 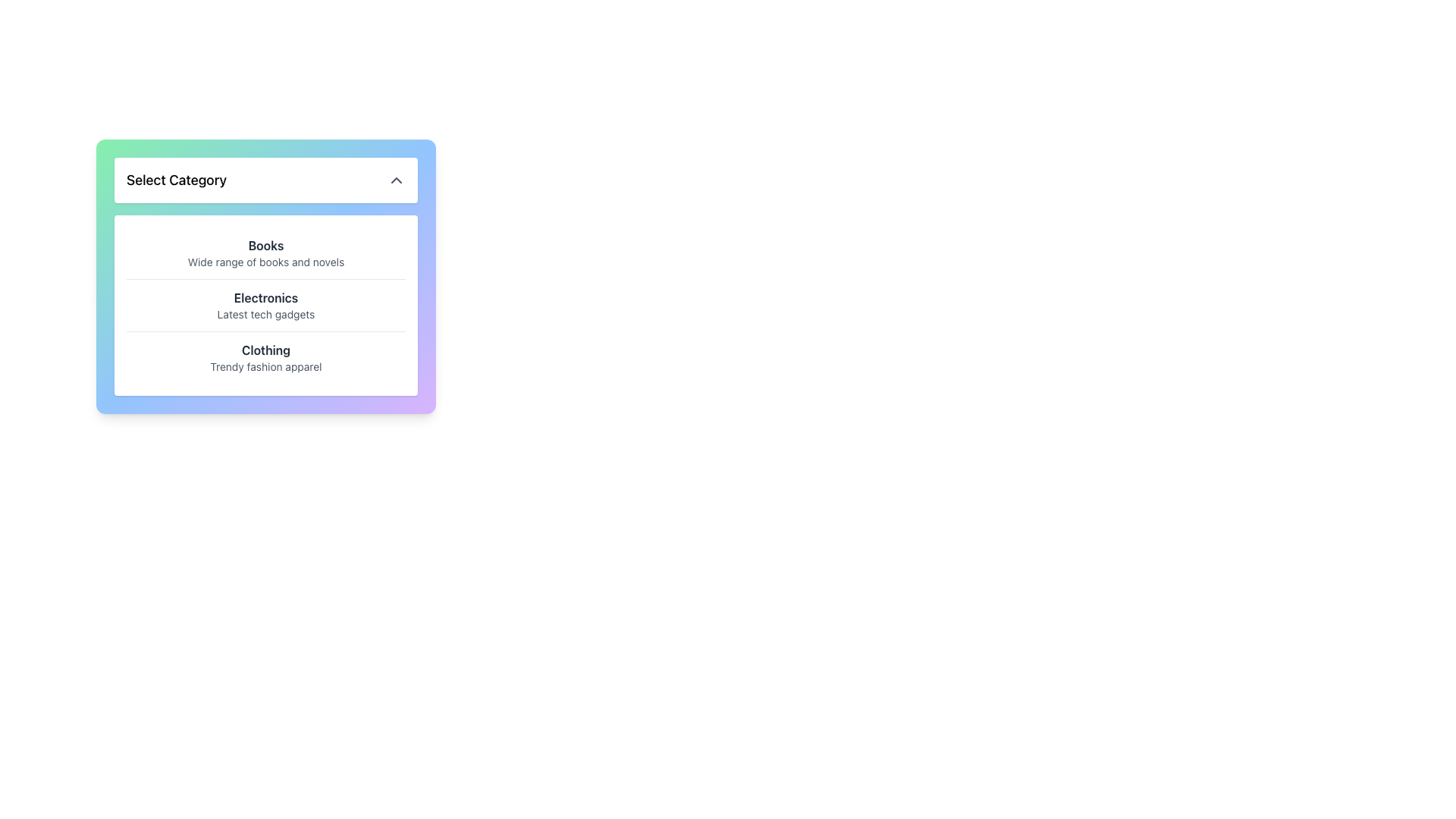 What do you see at coordinates (397, 180) in the screenshot?
I see `the upward-pointing dark gray chevron icon located on the right side of the 'Select Category' dropdown header` at bounding box center [397, 180].